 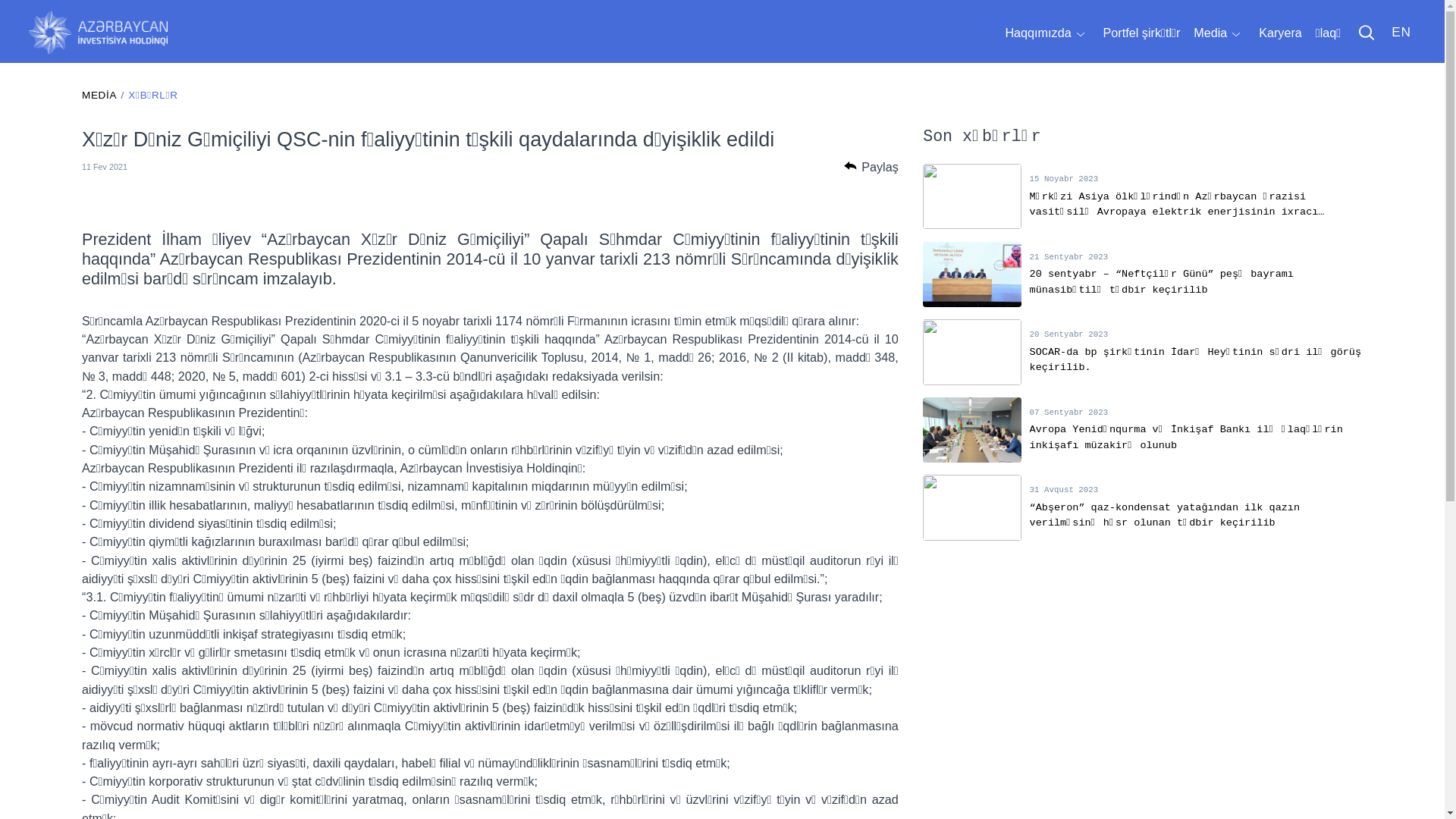 I want to click on 'Karyera', so click(x=1279, y=32).